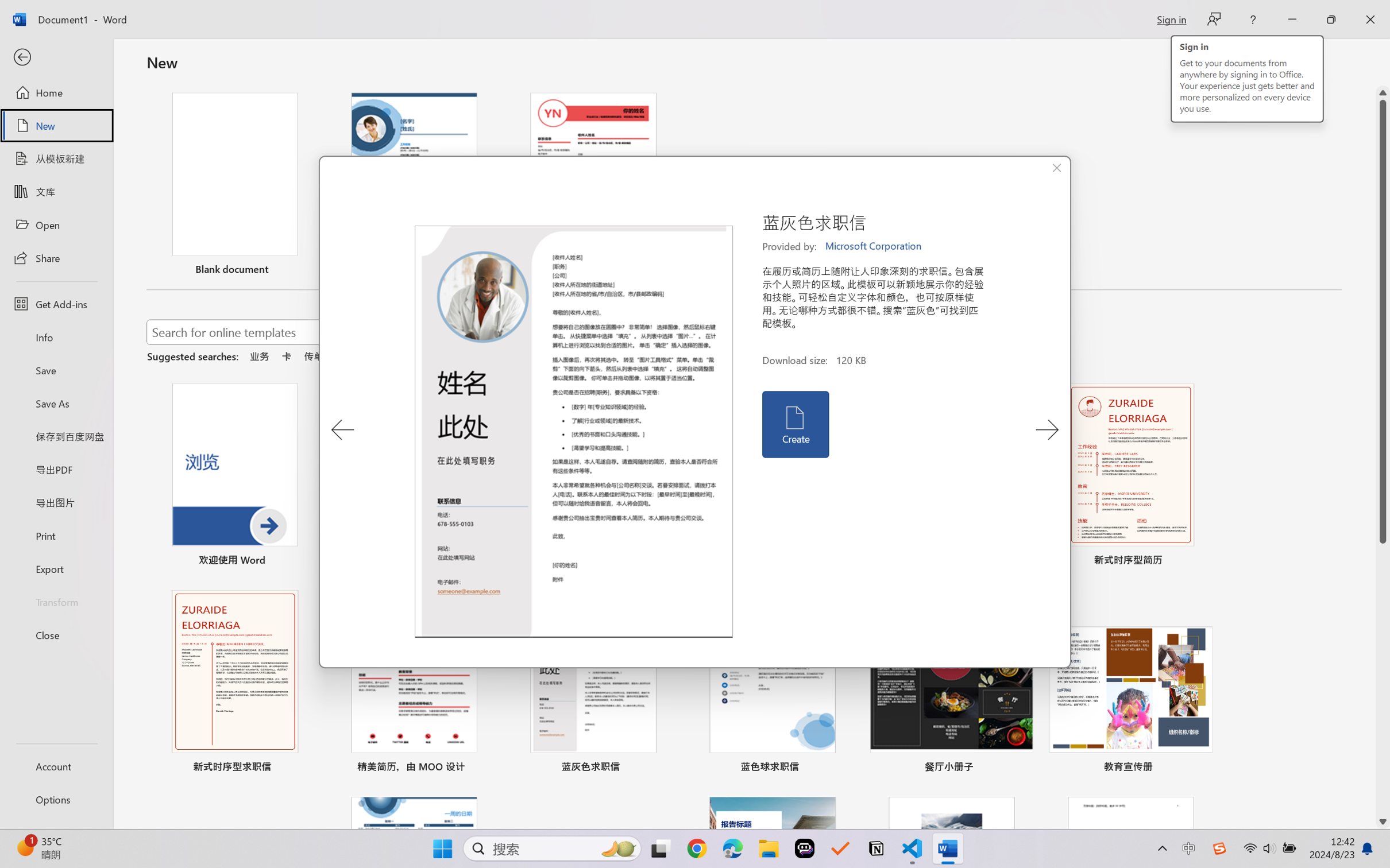  I want to click on 'Print', so click(56, 536).